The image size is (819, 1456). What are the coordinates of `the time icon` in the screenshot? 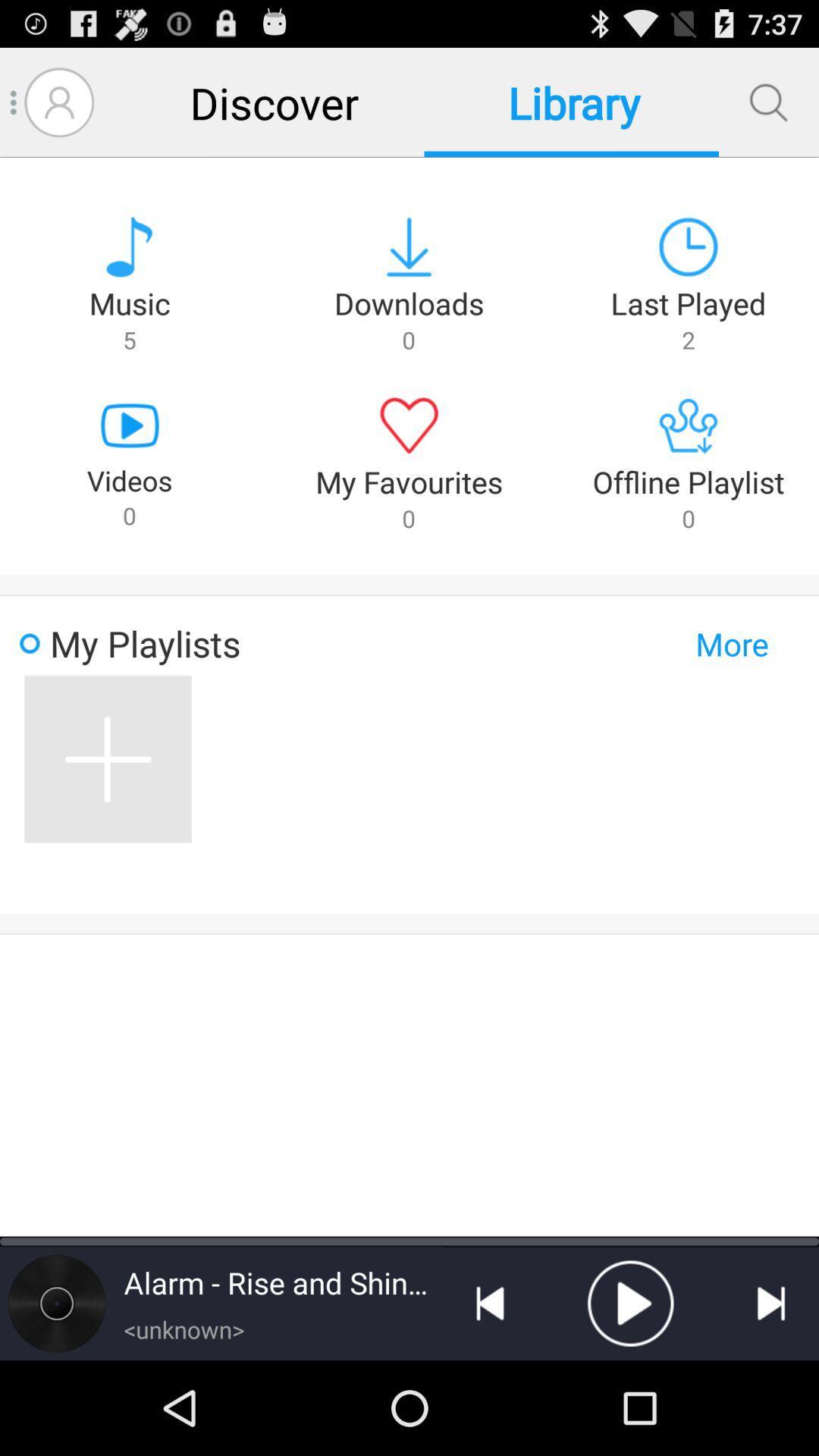 It's located at (55, 1395).